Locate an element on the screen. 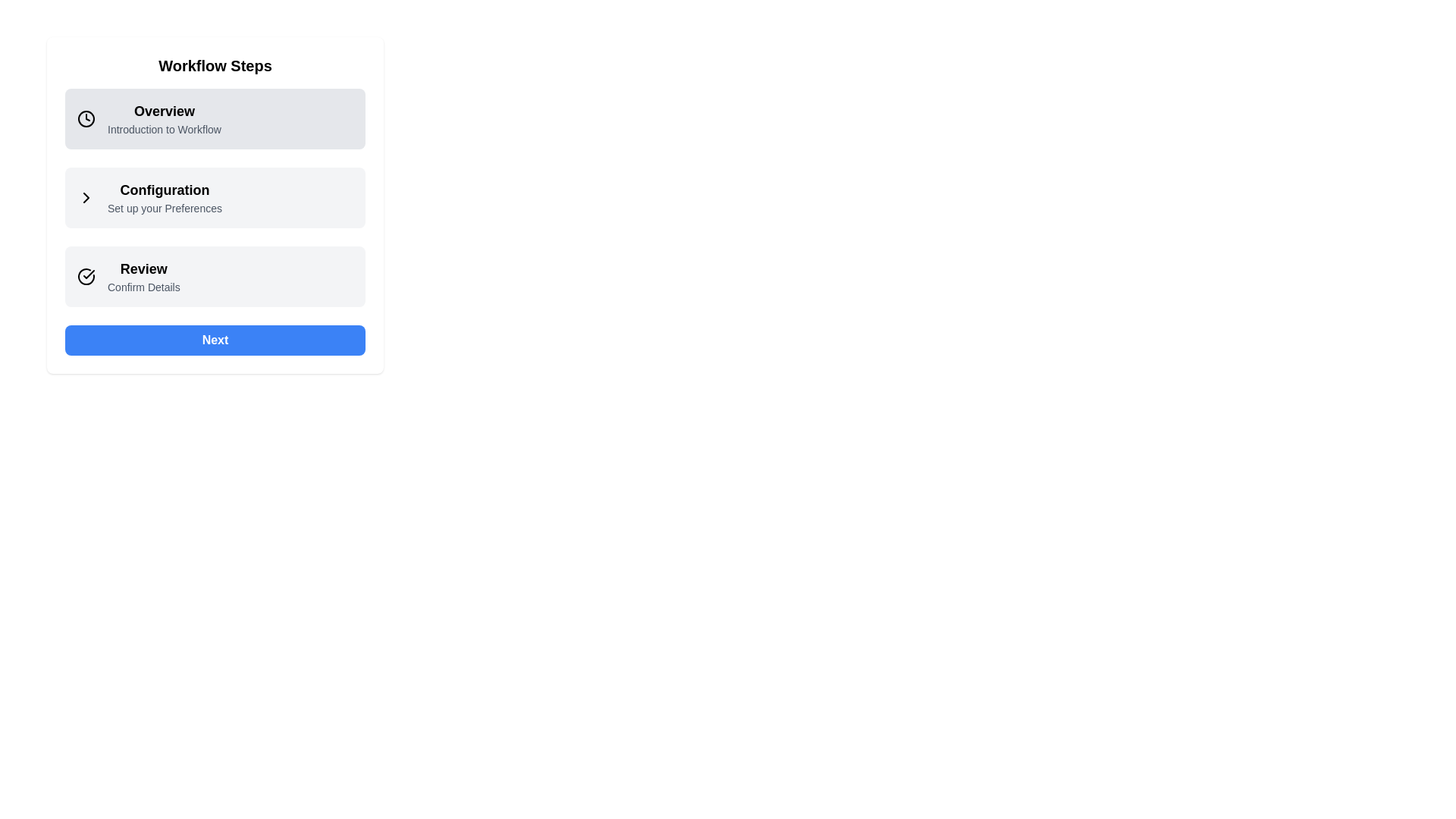  the completion indicator icon located at the top left corner of the 'Review' section in the workflow listing is located at coordinates (91, 277).